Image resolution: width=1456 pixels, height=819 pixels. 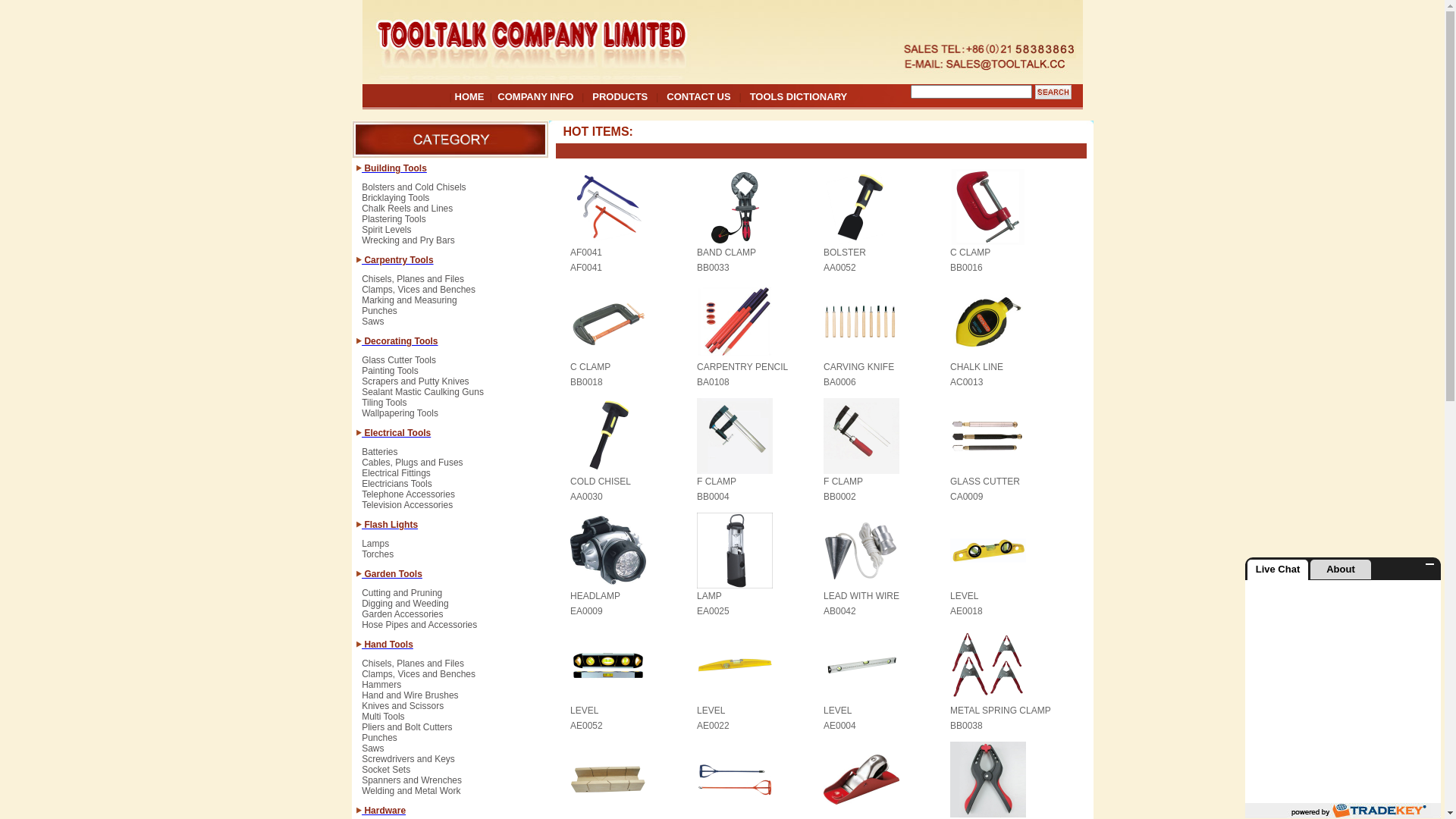 What do you see at coordinates (620, 96) in the screenshot?
I see `'PRODUCTS'` at bounding box center [620, 96].